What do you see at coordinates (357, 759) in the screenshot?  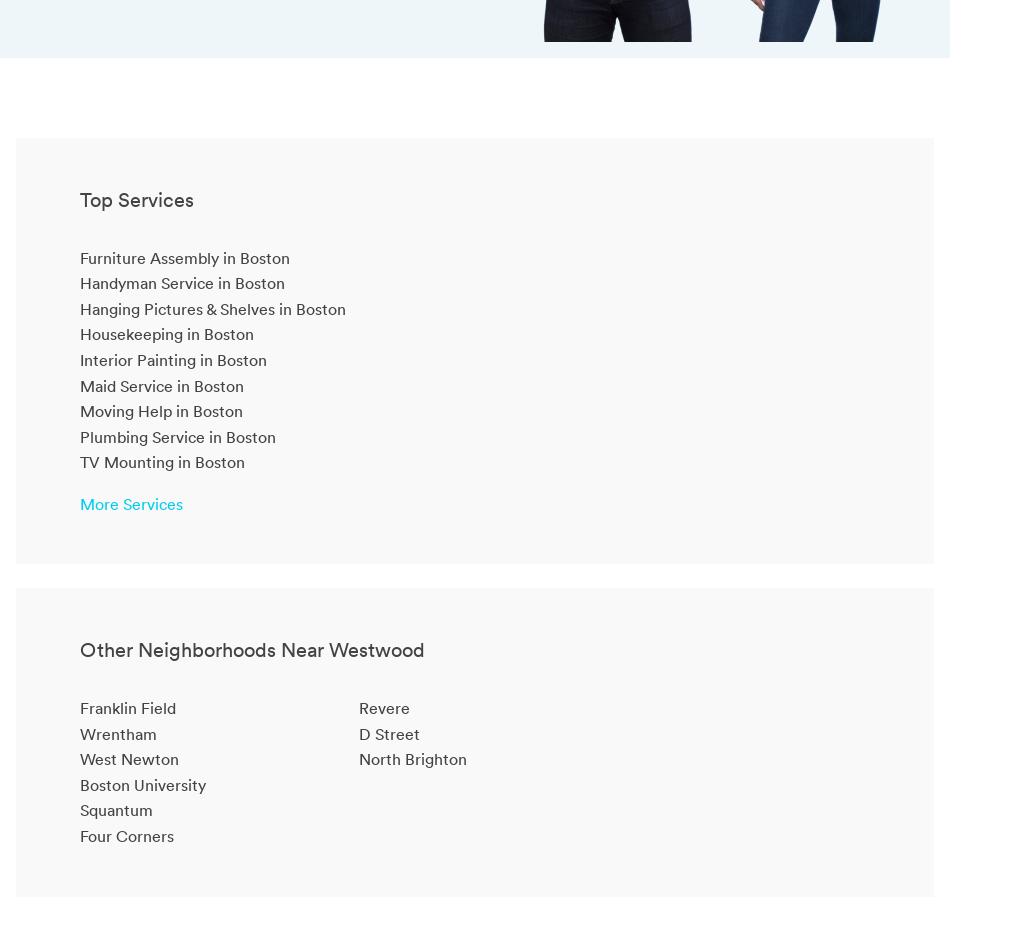 I see `'North Brighton'` at bounding box center [357, 759].